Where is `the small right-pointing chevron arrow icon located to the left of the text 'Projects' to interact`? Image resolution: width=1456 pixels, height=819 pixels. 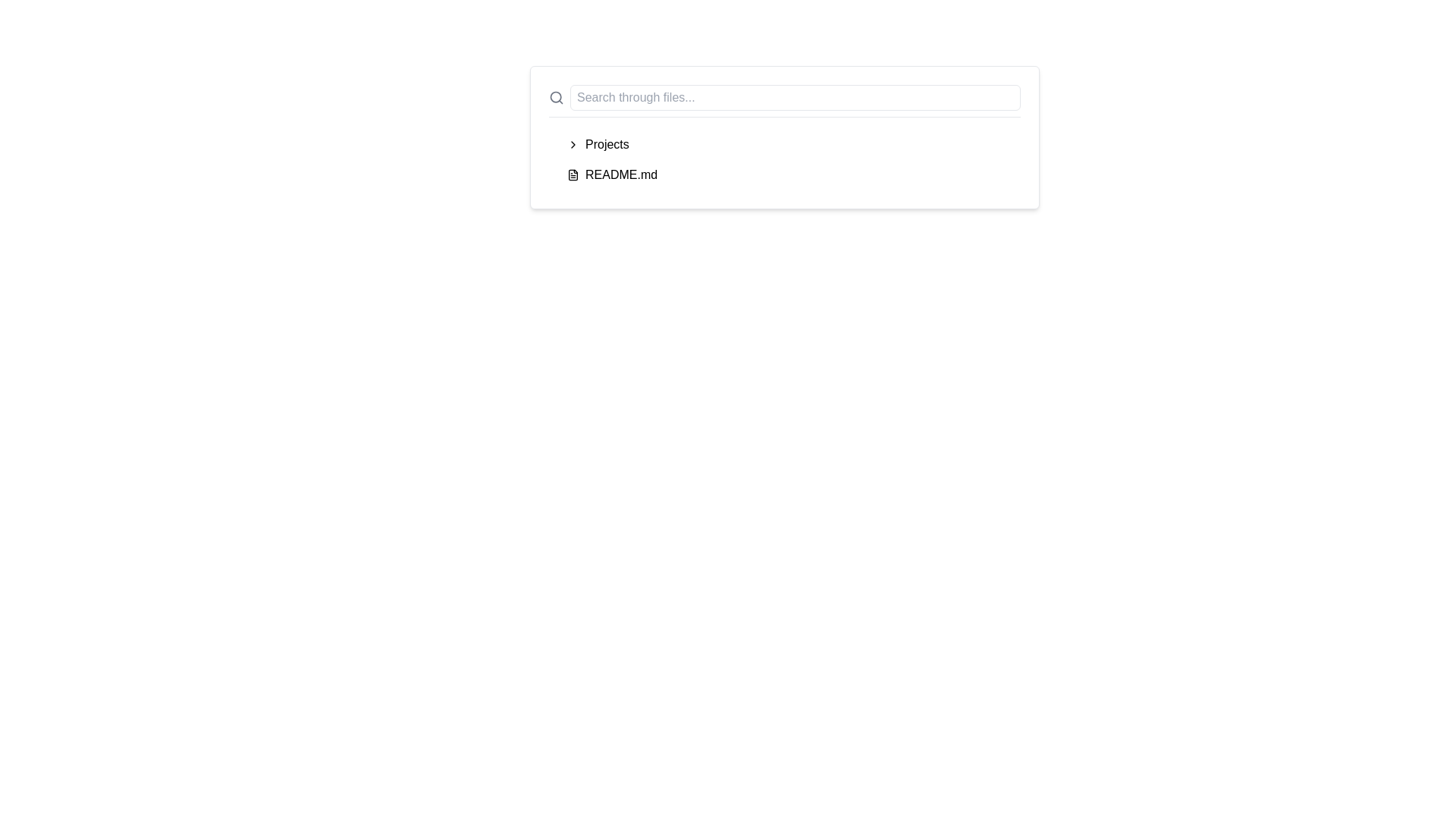 the small right-pointing chevron arrow icon located to the left of the text 'Projects' to interact is located at coordinates (572, 145).